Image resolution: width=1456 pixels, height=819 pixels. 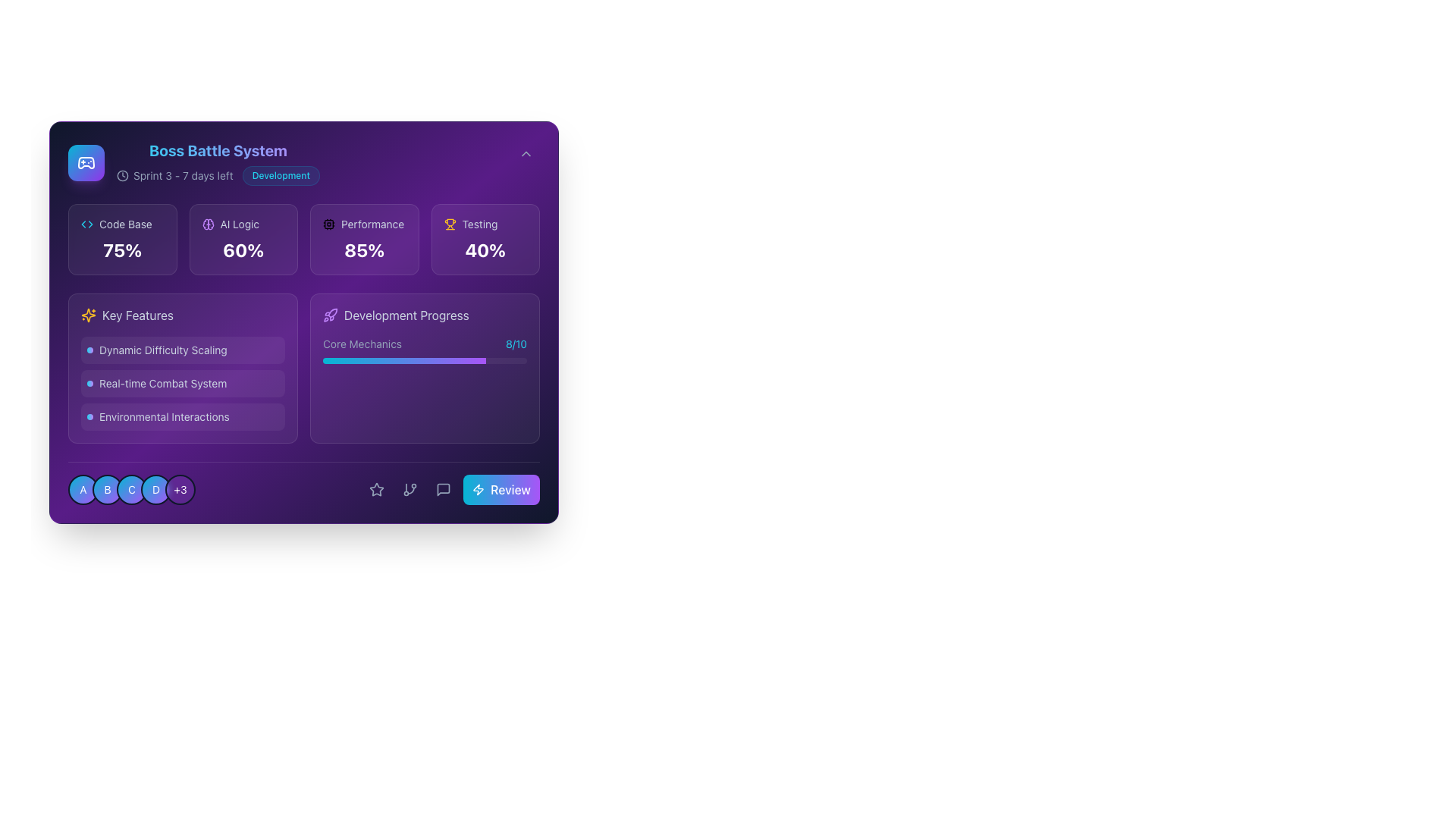 What do you see at coordinates (182, 382) in the screenshot?
I see `the 'Real-time Combat System' label with a decorative cyan to purple gradient icon, positioned centrally in the left panel under the 'Key Features' section` at bounding box center [182, 382].